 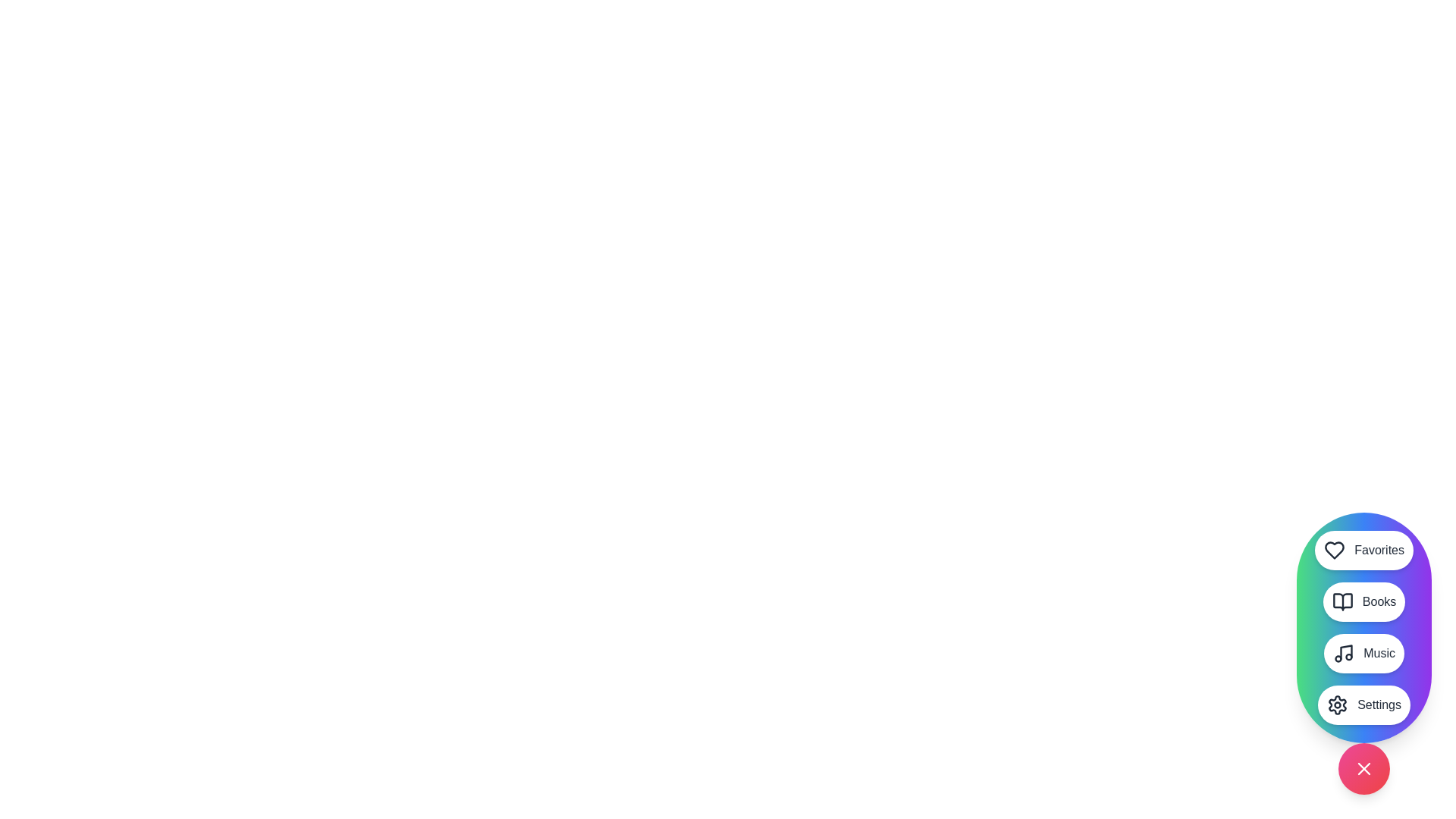 What do you see at coordinates (1364, 769) in the screenshot?
I see `the red button with the 'X' icon to collapse the speed dial menu` at bounding box center [1364, 769].